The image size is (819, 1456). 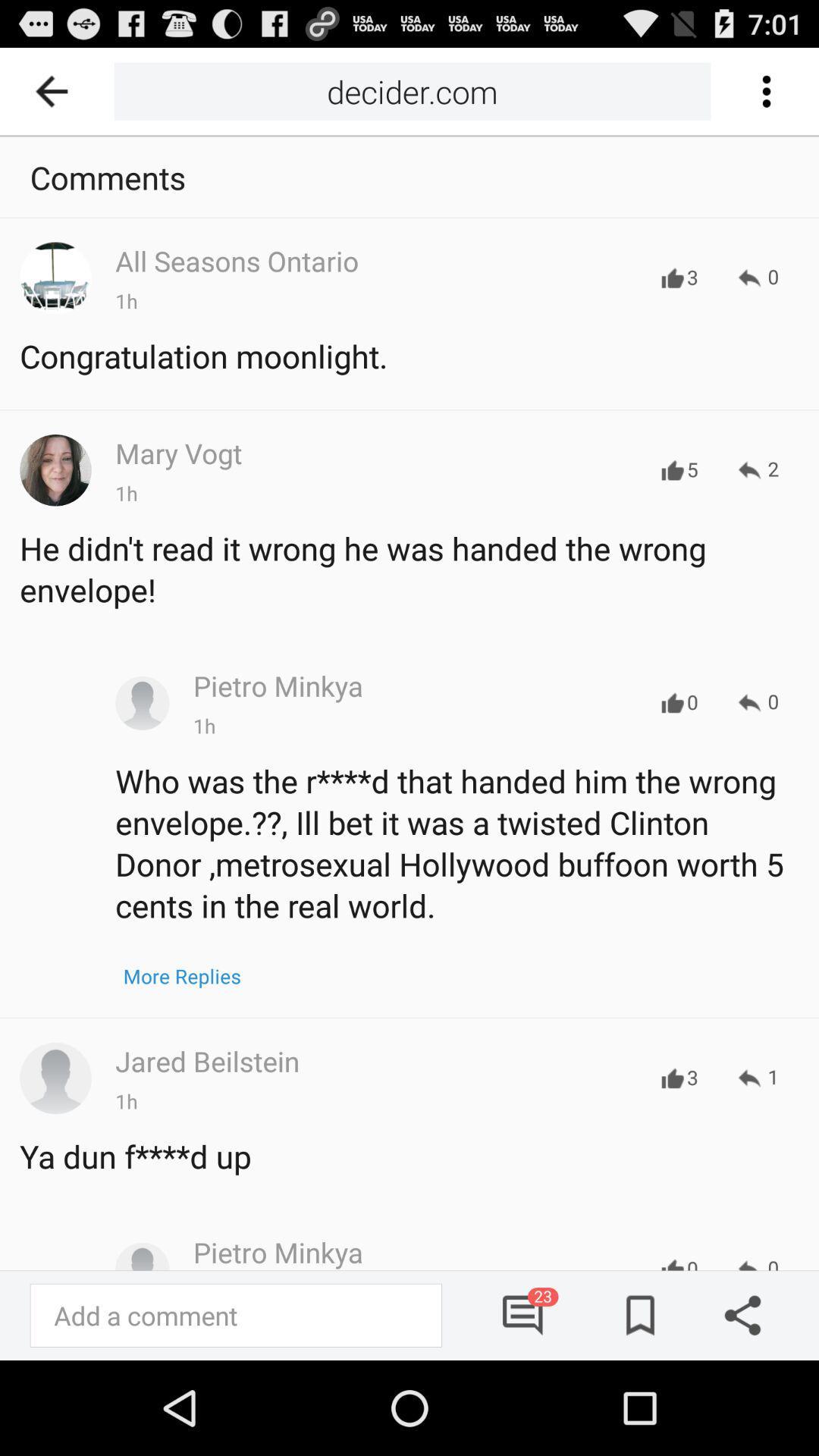 What do you see at coordinates (758, 469) in the screenshot?
I see `the icon above he didn t item` at bounding box center [758, 469].